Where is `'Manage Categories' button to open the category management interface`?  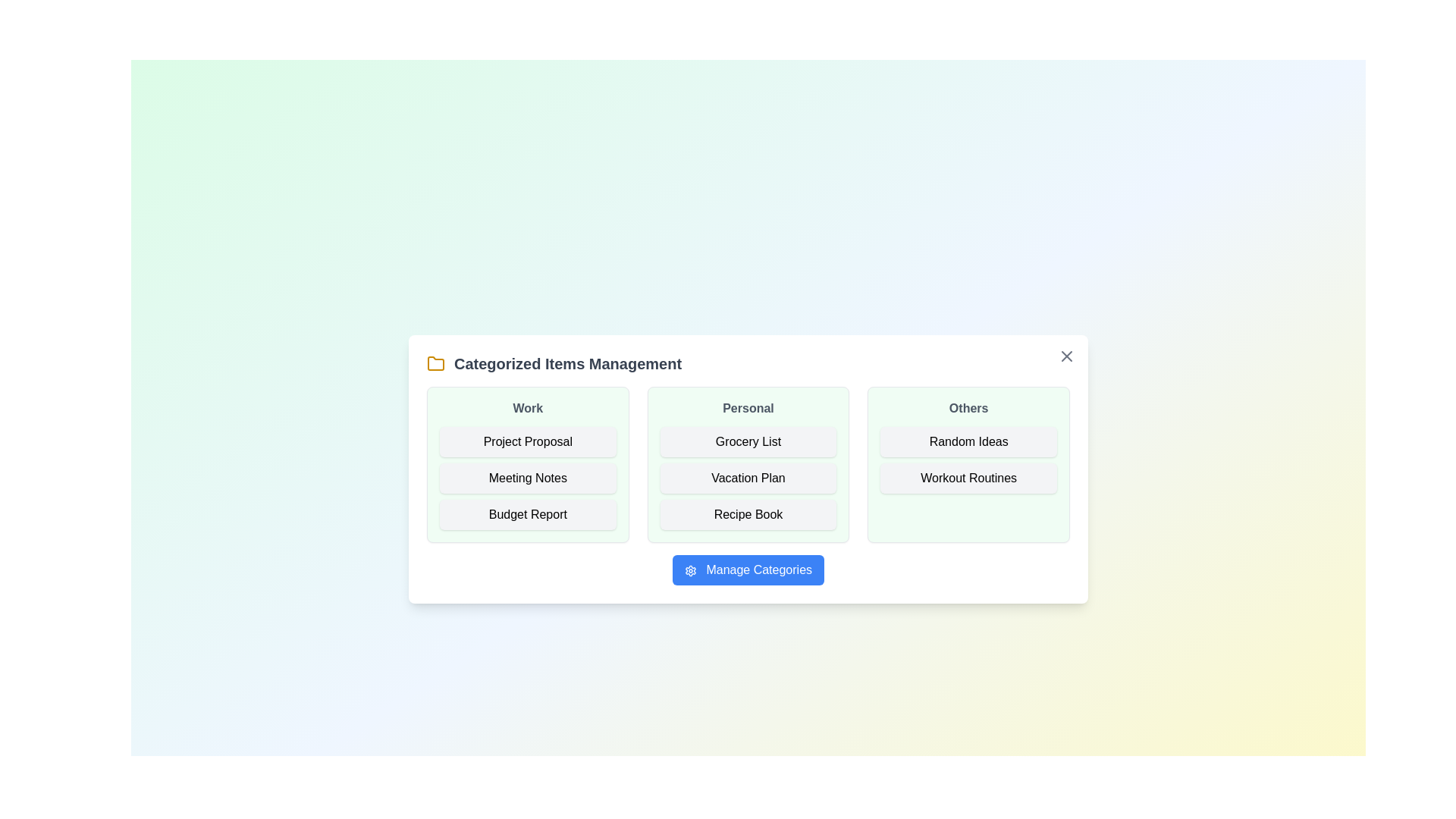
'Manage Categories' button to open the category management interface is located at coordinates (748, 570).